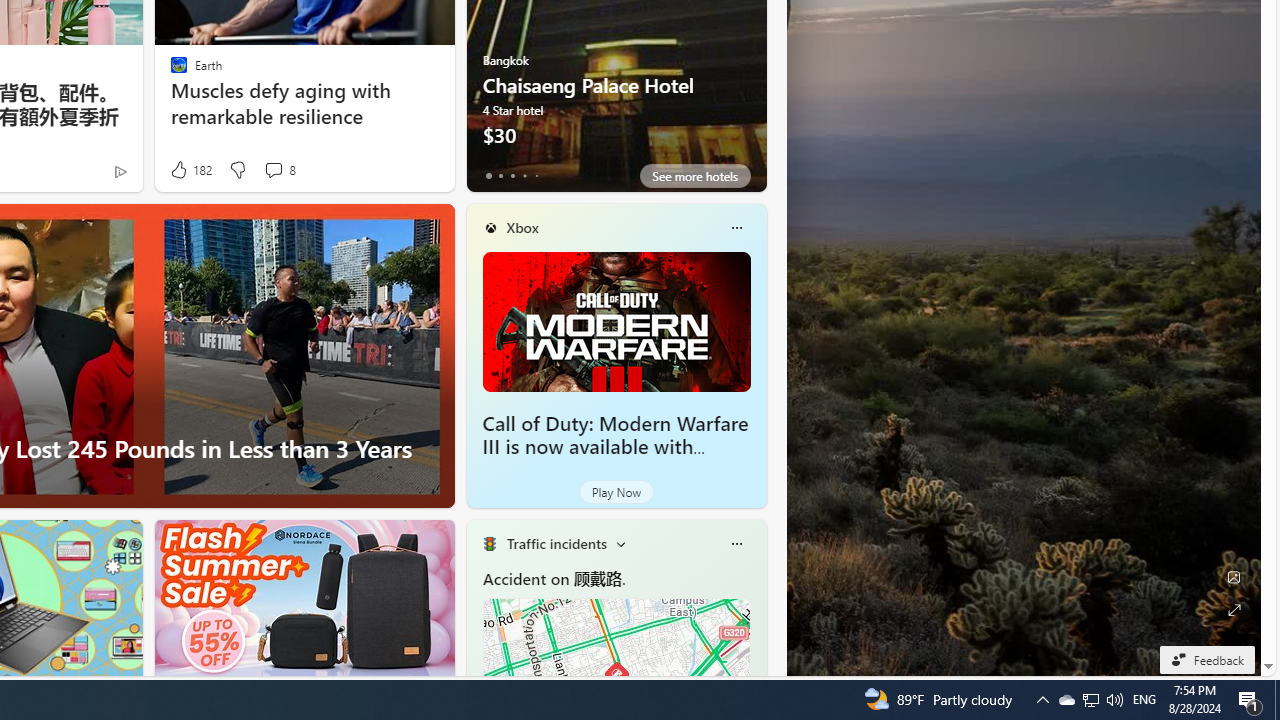  I want to click on 'tab-4', so click(536, 175).